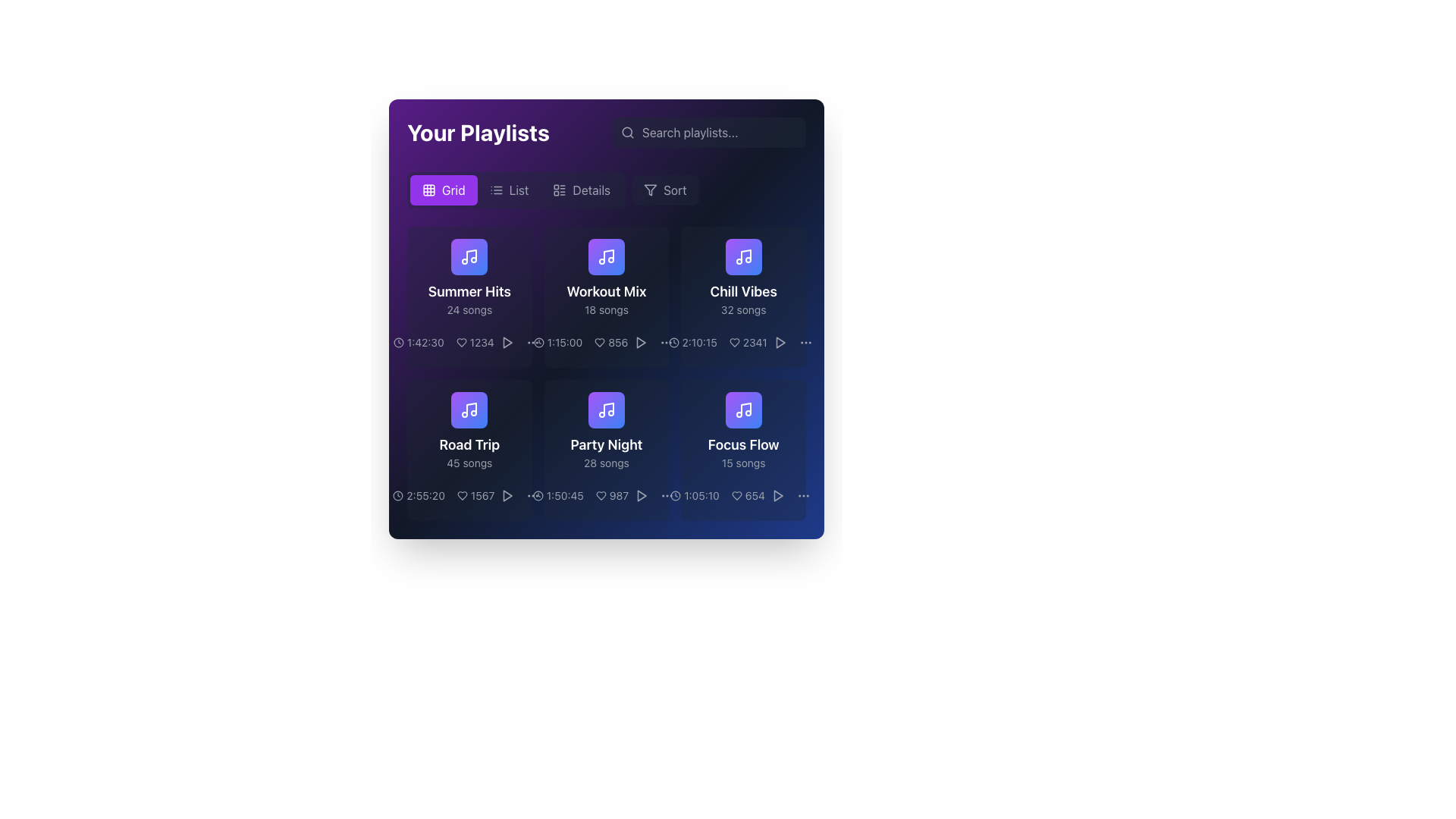 Image resolution: width=1456 pixels, height=819 pixels. Describe the element at coordinates (471, 408) in the screenshot. I see `the appearance of the music symbol icon located in the top-left corner of the 'Road Trip' music playlist card, which is represented by a purple square` at that location.